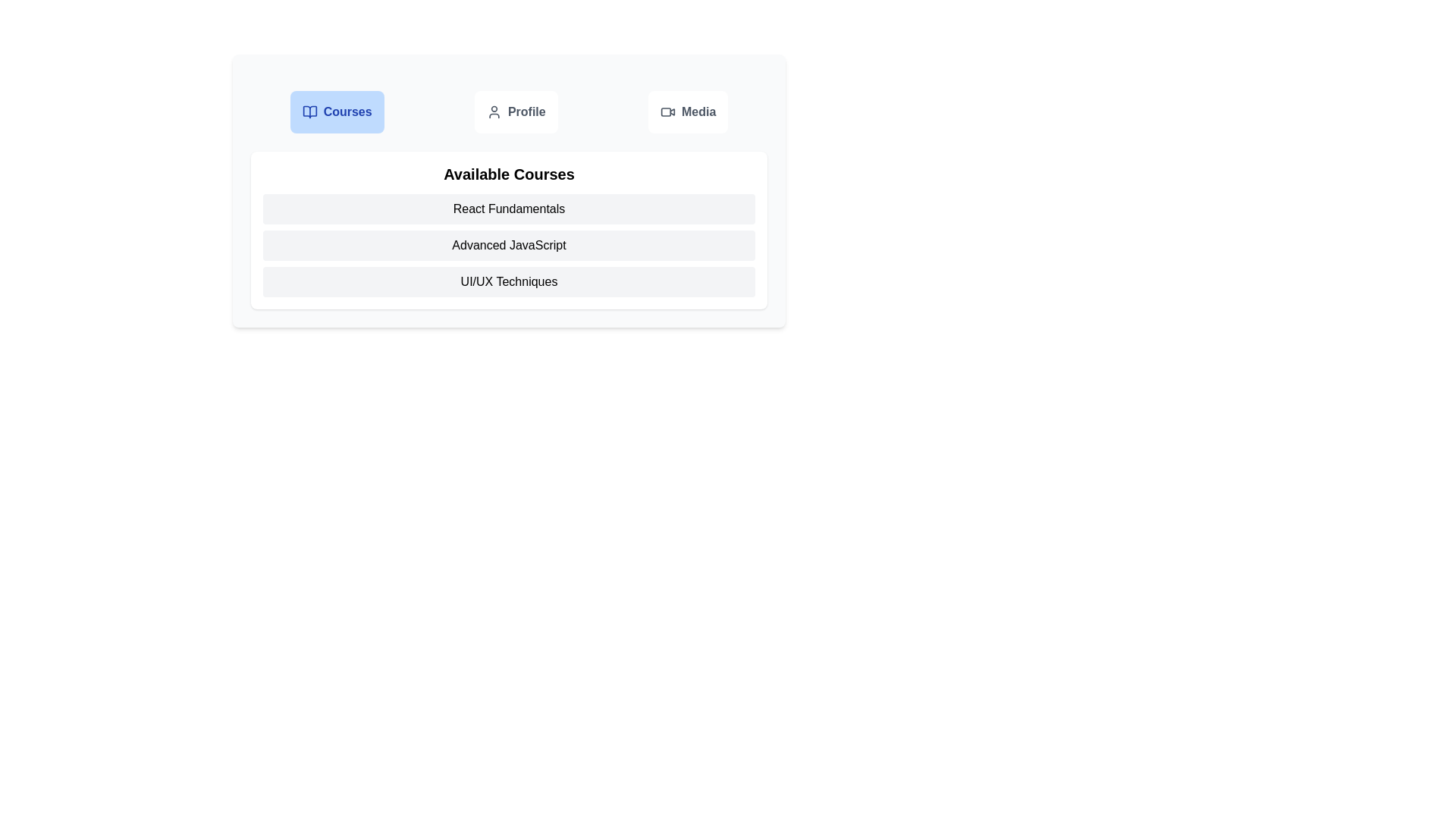 Image resolution: width=1456 pixels, height=819 pixels. I want to click on the 'Profile' button in the navigation bar, so click(509, 111).